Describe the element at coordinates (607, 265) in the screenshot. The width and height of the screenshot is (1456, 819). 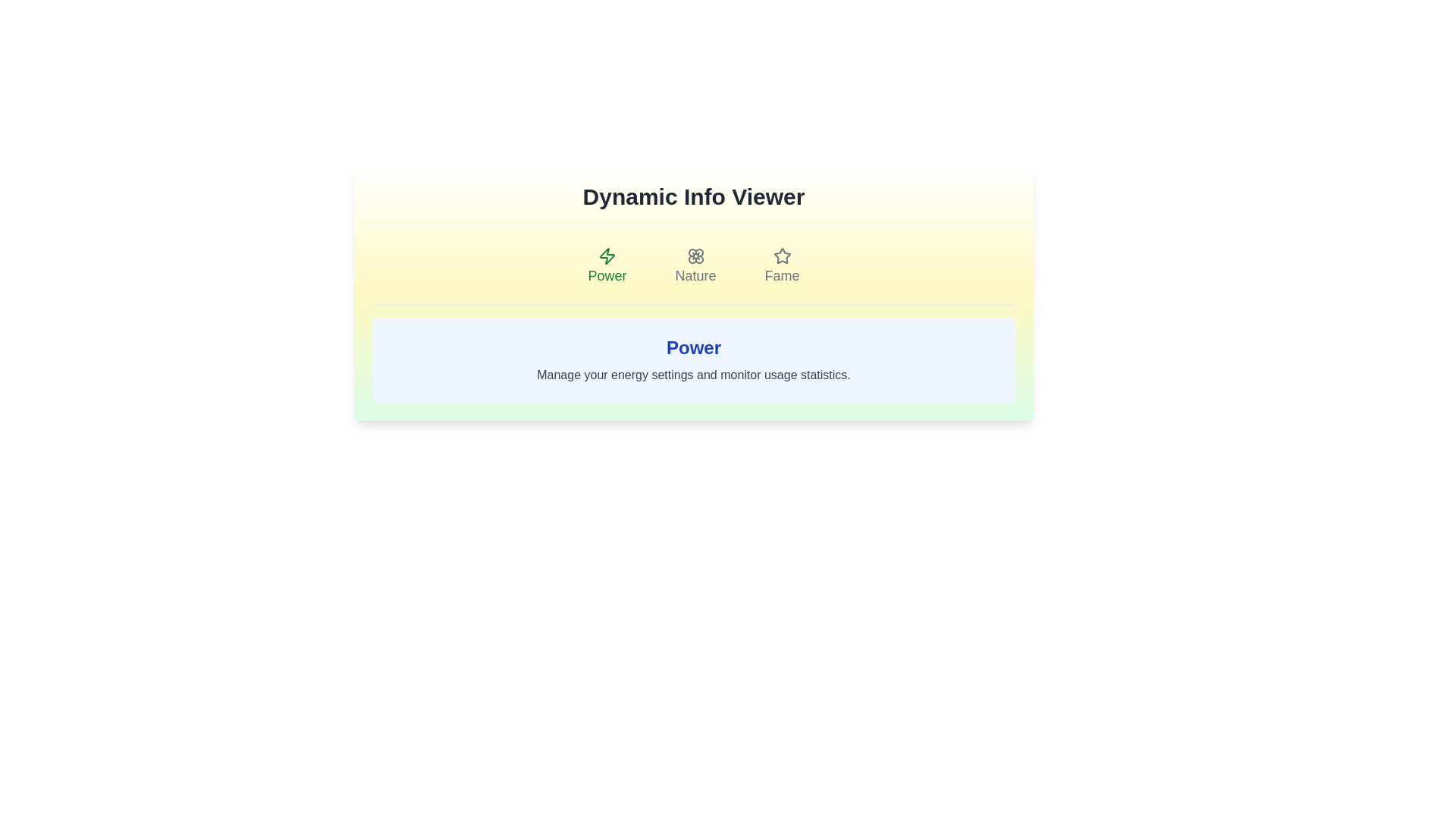
I see `the Power tab to display its related content` at that location.